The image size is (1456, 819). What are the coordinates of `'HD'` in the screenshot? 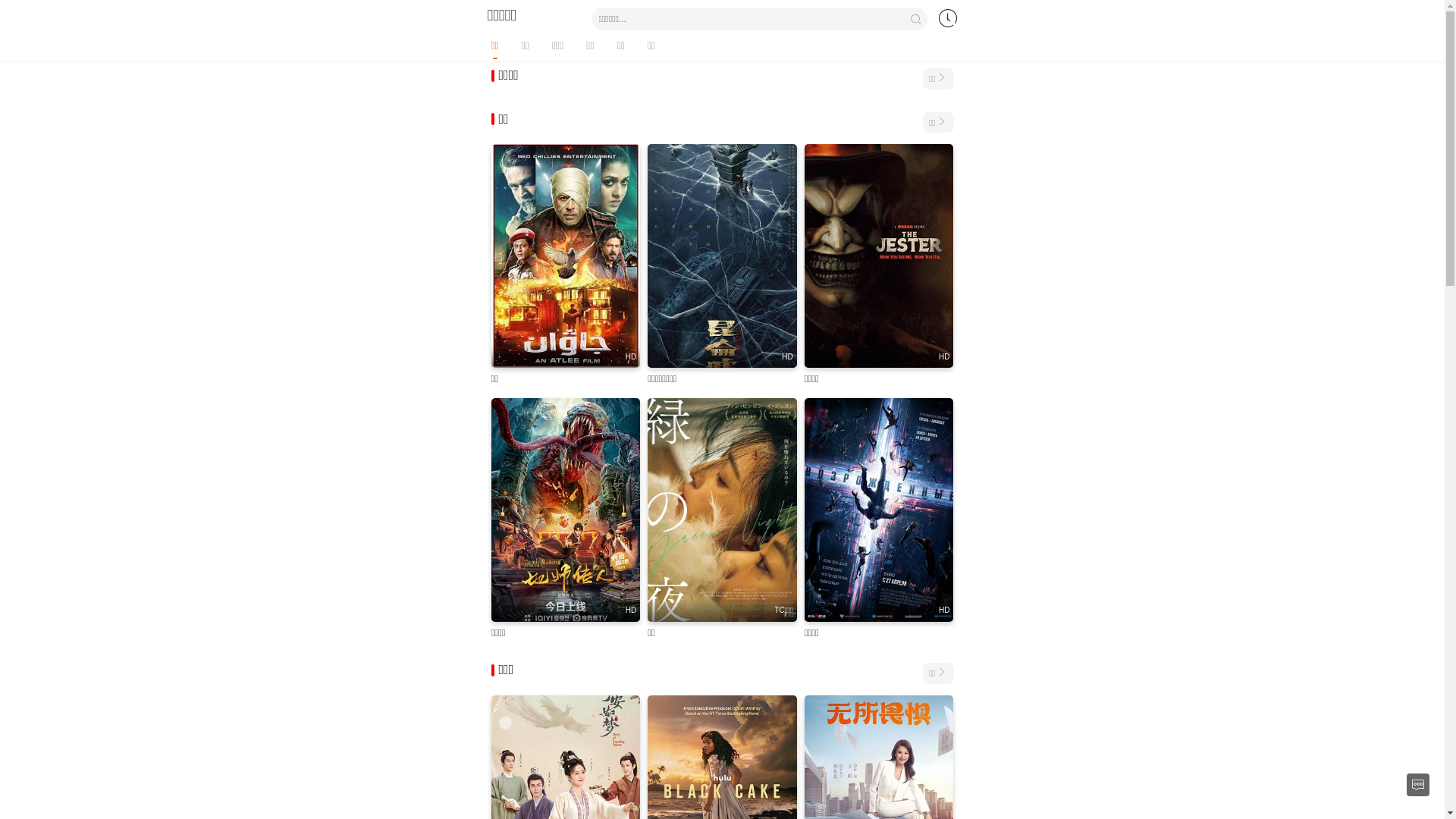 It's located at (803, 510).